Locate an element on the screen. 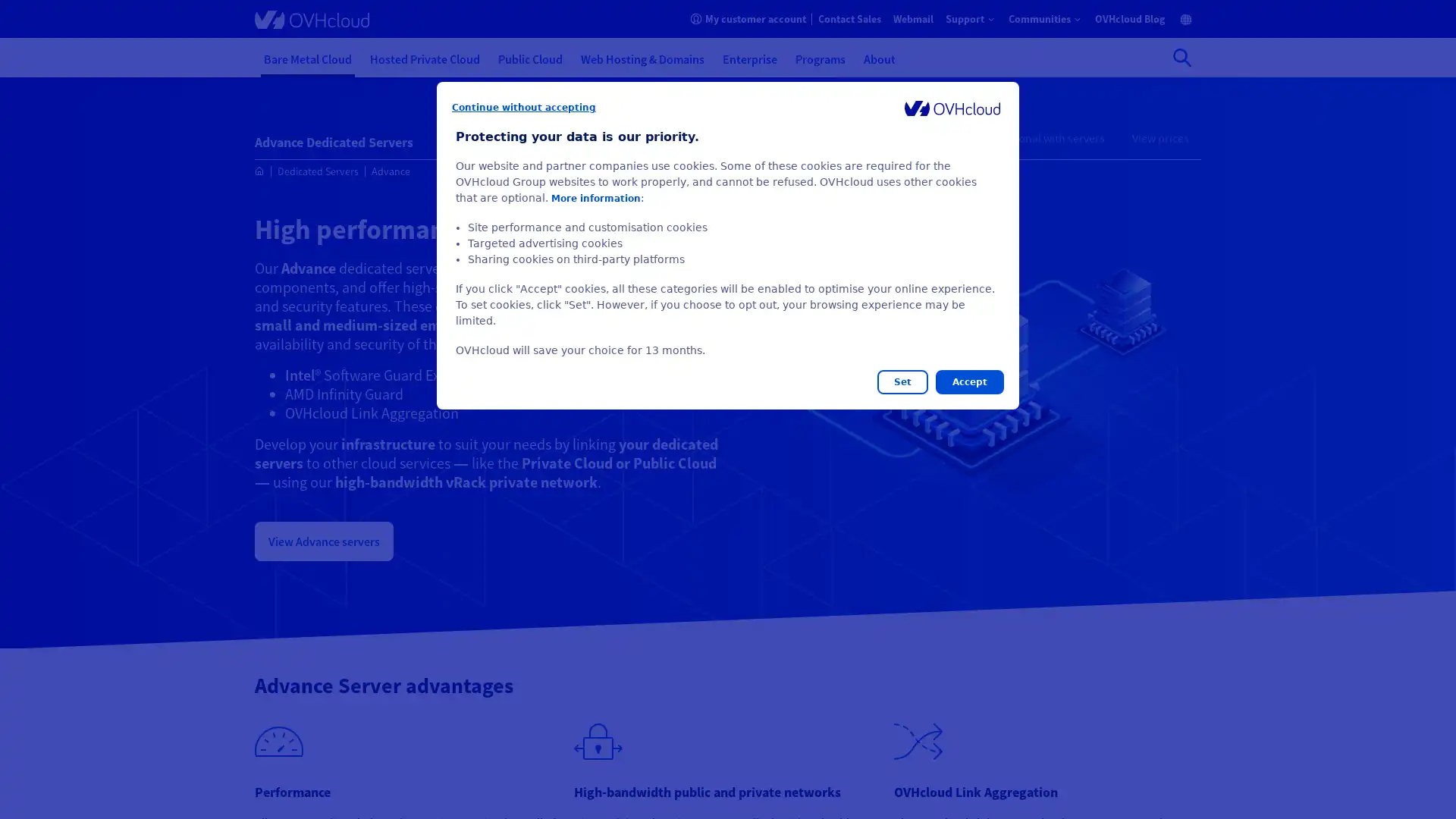 This screenshot has height=819, width=1456. Set is located at coordinates (902, 381).